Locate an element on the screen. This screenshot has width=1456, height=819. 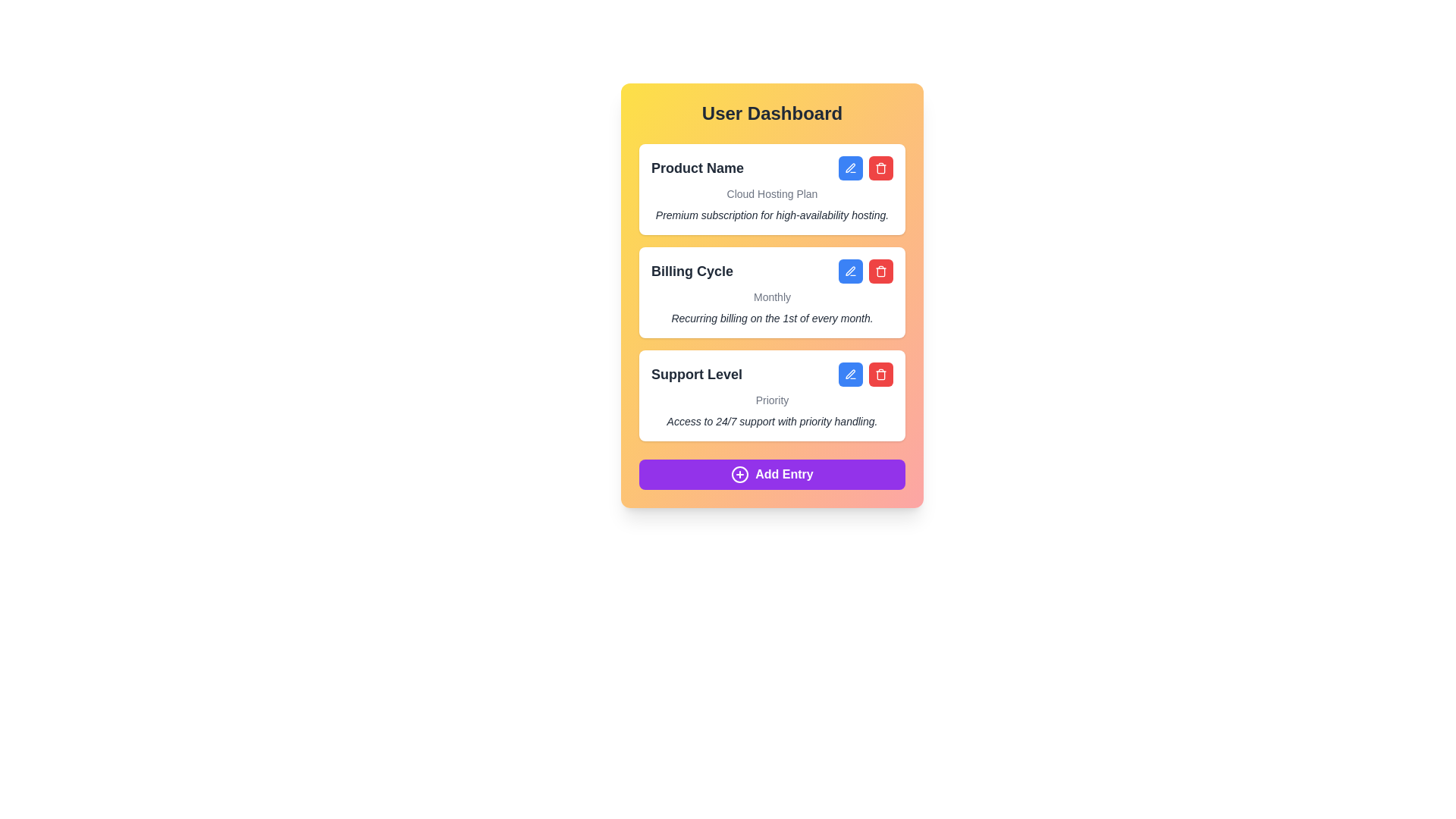
the informational card displaying the billing cycle details, which is located between the 'Product Name' and 'Support Level' sections in the 'User Dashboard.' is located at coordinates (772, 292).